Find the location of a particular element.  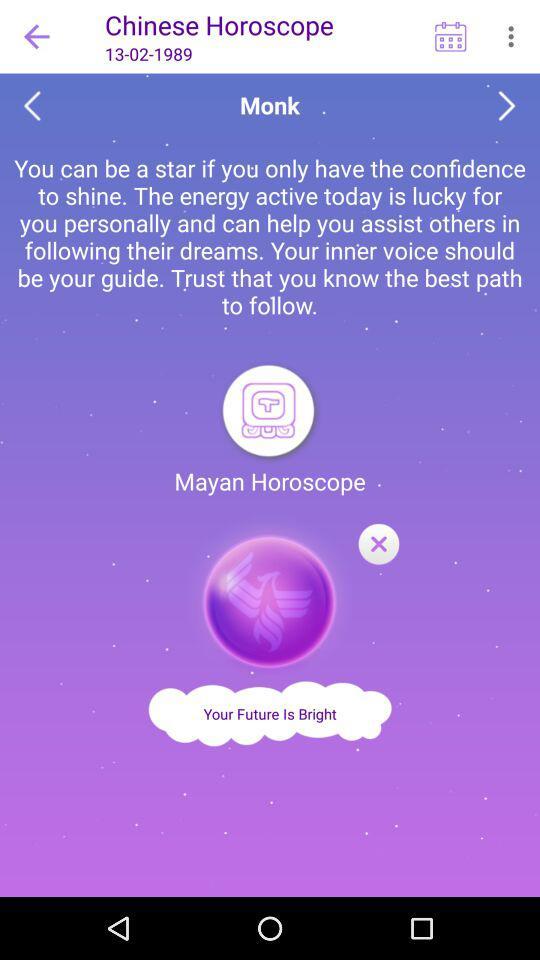

symbol is located at coordinates (270, 595).